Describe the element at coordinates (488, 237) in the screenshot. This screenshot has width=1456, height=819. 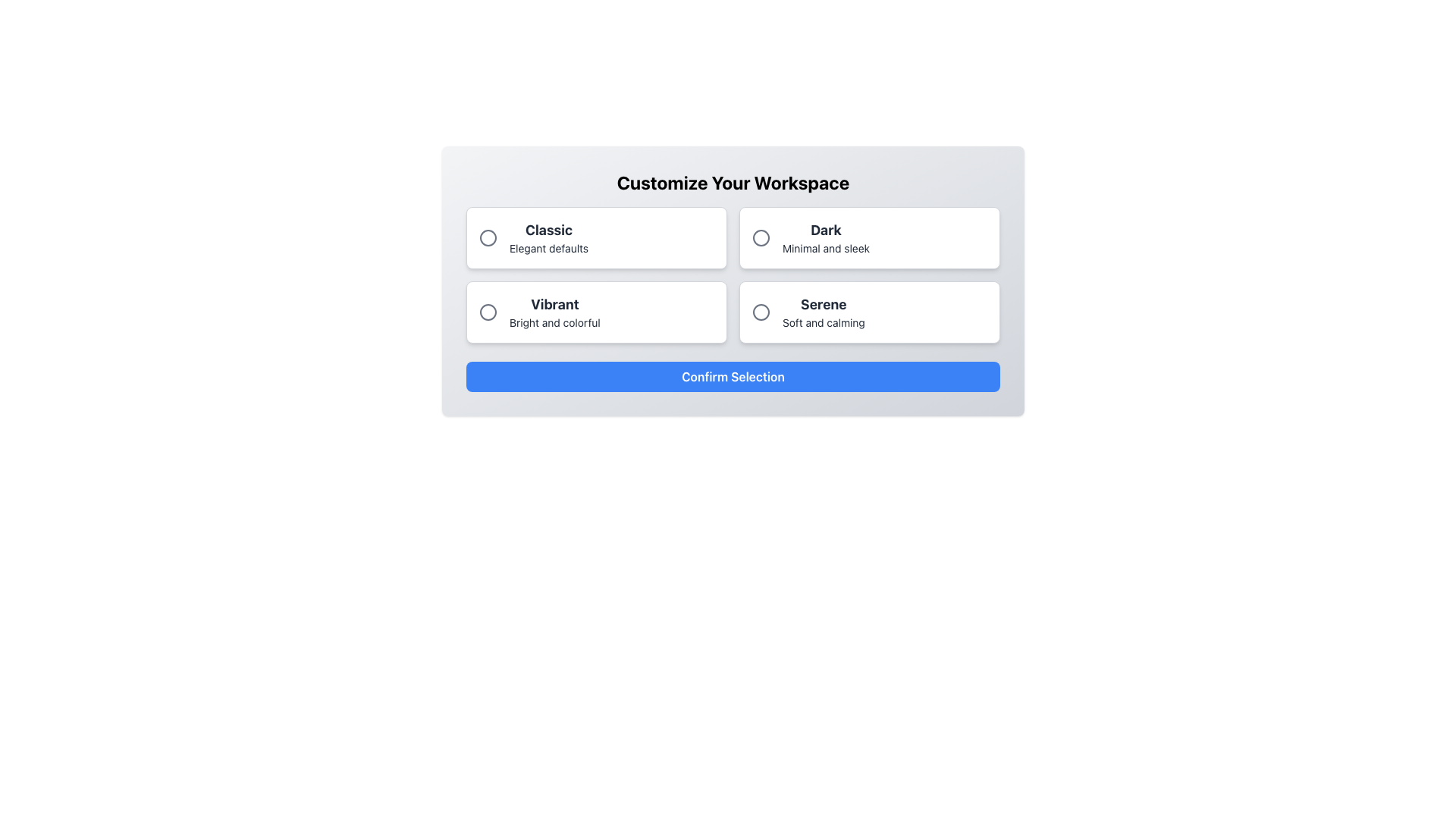
I see `the Circle graphic element located to the left of the text 'Classic' in the top-left option of the workspace settings grid` at that location.